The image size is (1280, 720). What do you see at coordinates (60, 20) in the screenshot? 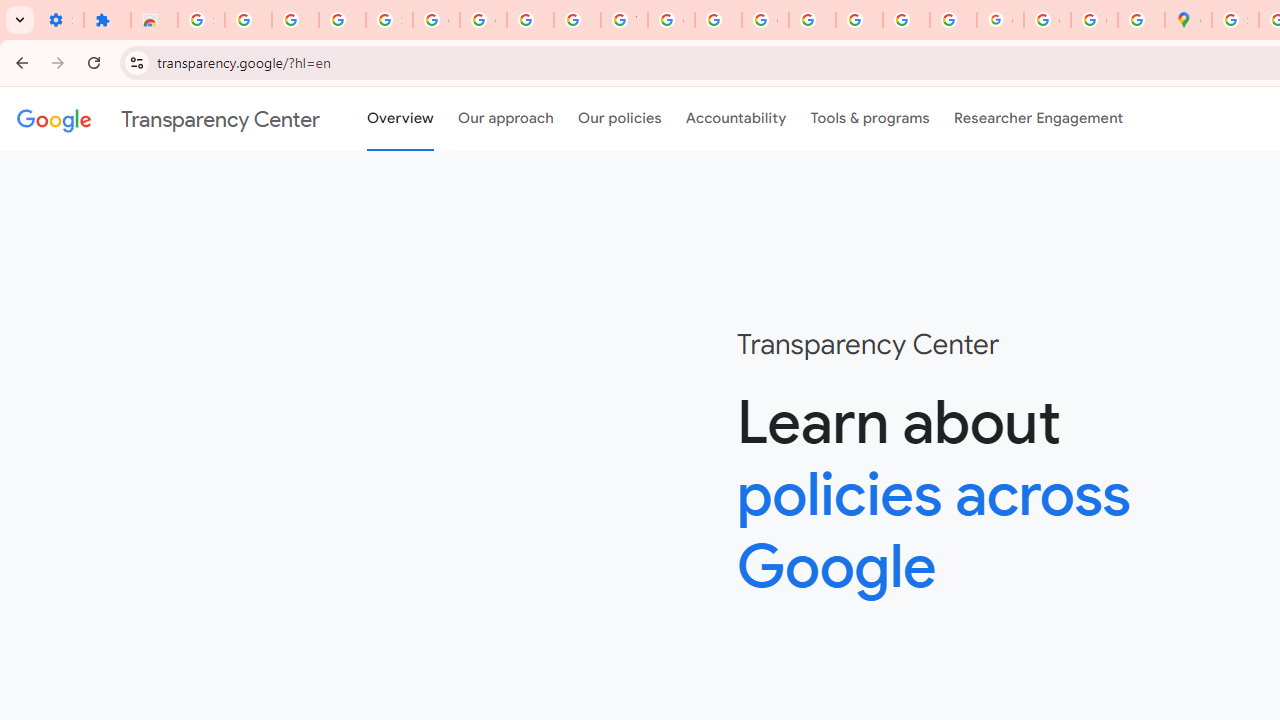
I see `'Settings - On startup'` at bounding box center [60, 20].